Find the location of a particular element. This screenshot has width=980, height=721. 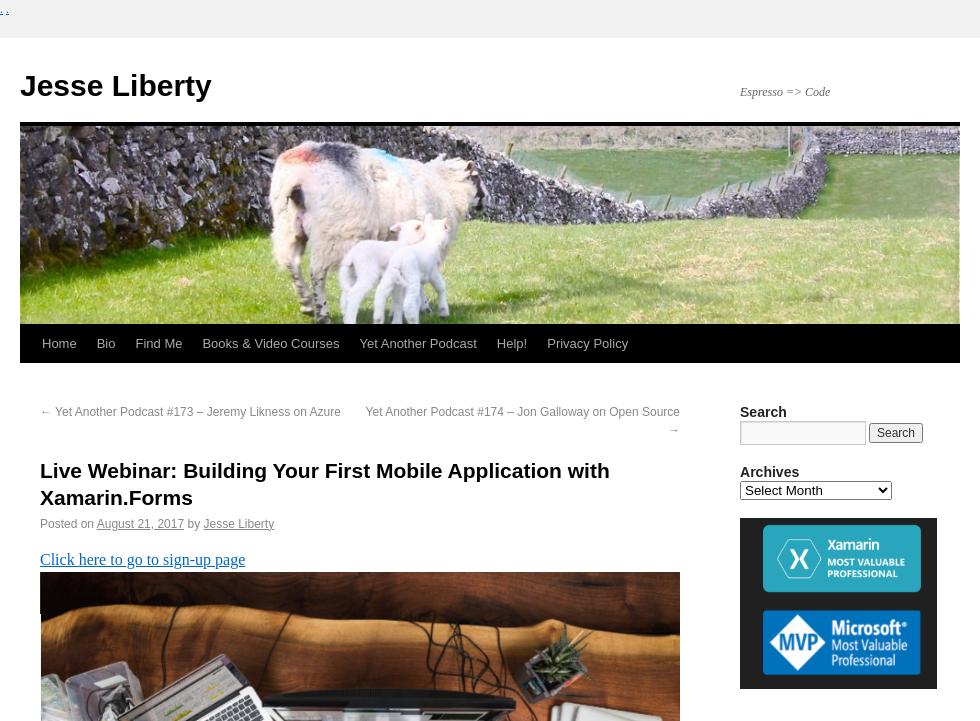

'August 21, 2017' is located at coordinates (140, 523).